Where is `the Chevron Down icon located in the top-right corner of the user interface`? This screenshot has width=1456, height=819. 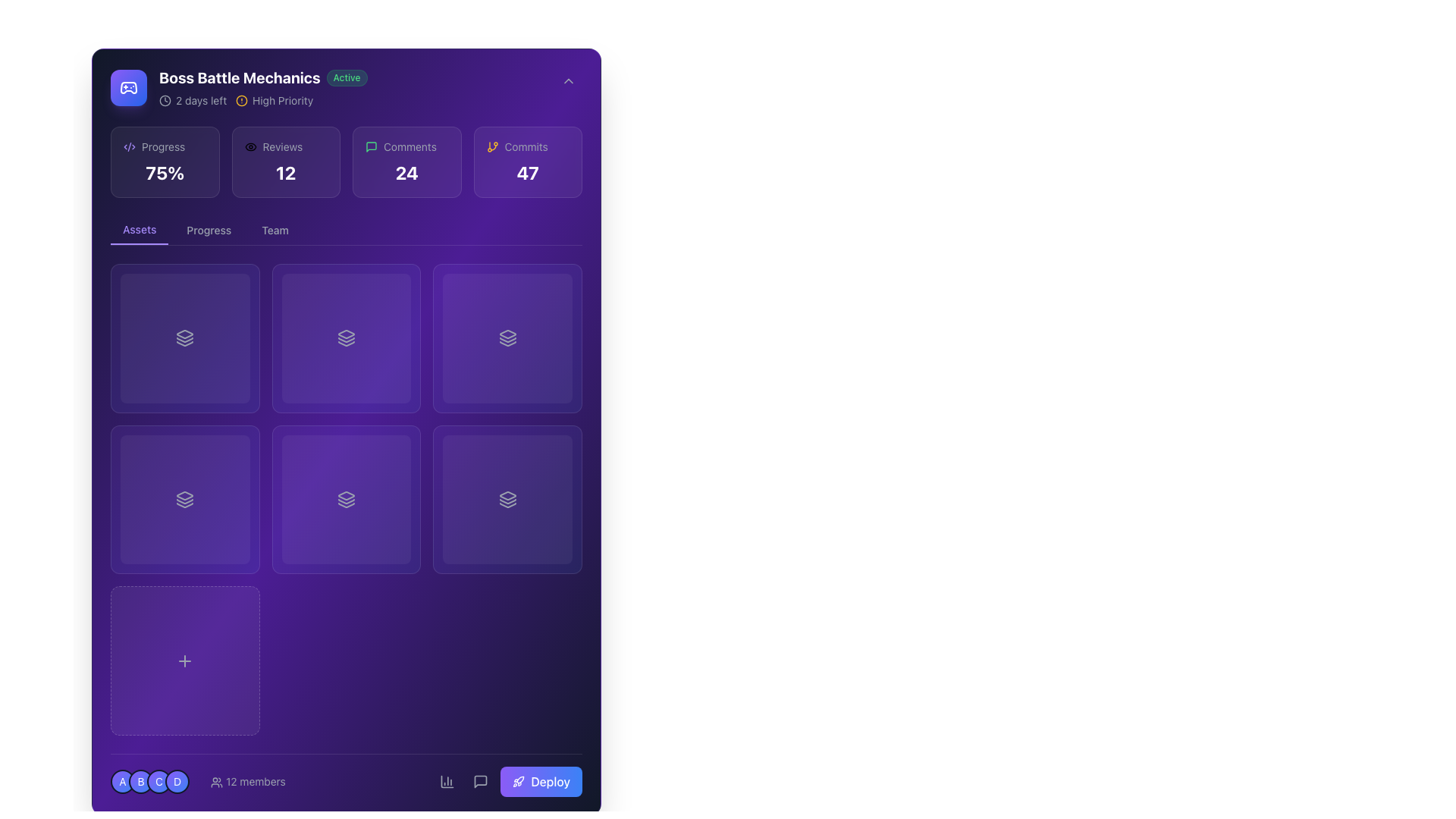
the Chevron Down icon located in the top-right corner of the user interface is located at coordinates (567, 81).